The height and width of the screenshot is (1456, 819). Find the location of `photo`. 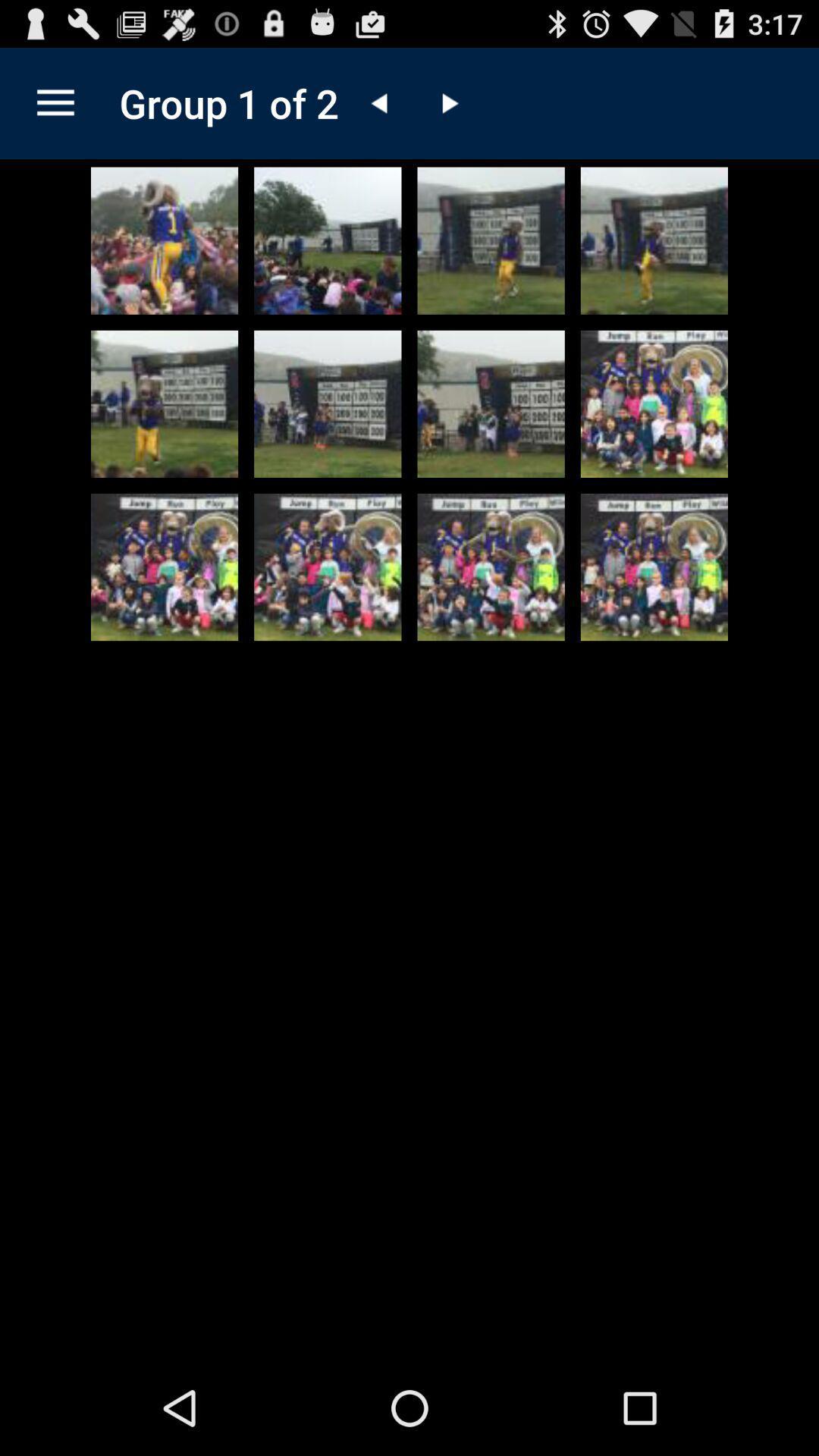

photo is located at coordinates (491, 403).